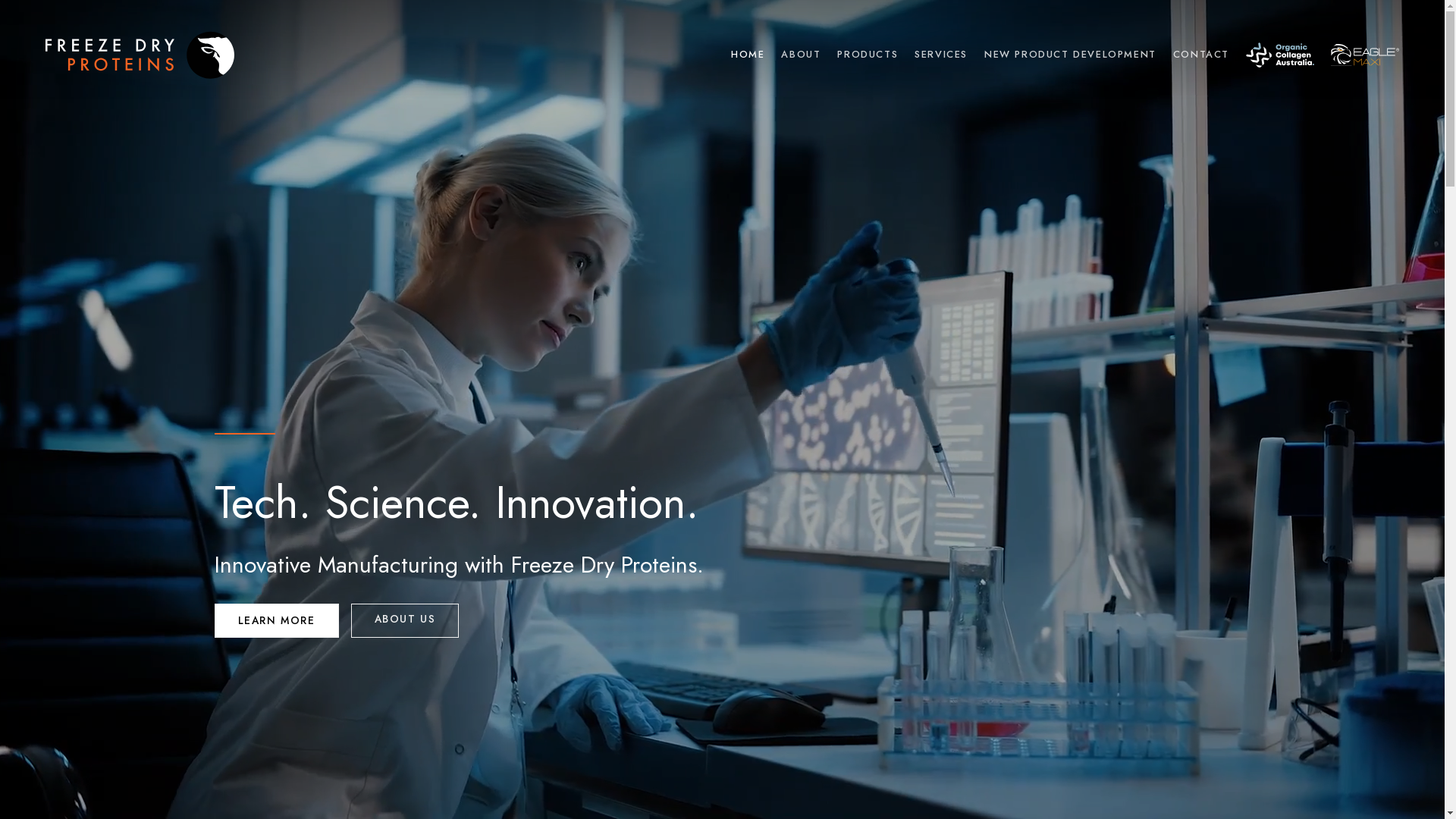 Image resolution: width=1456 pixels, height=819 pixels. What do you see at coordinates (1200, 54) in the screenshot?
I see `'CONTACT'` at bounding box center [1200, 54].